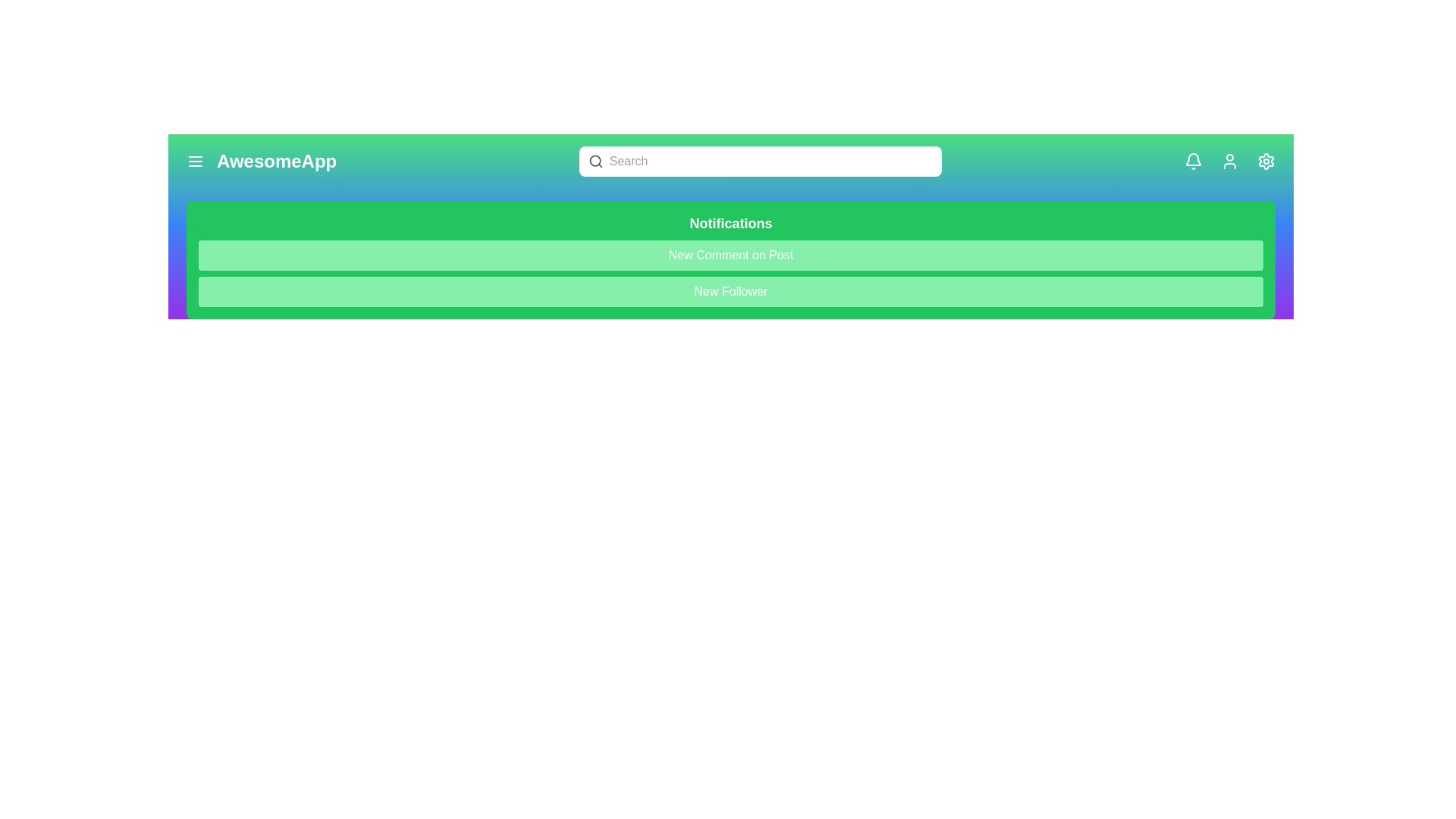 The height and width of the screenshot is (819, 1456). Describe the element at coordinates (1266, 161) in the screenshot. I see `the gear-shaped settings icon located at the far right of the navigation bar` at that location.